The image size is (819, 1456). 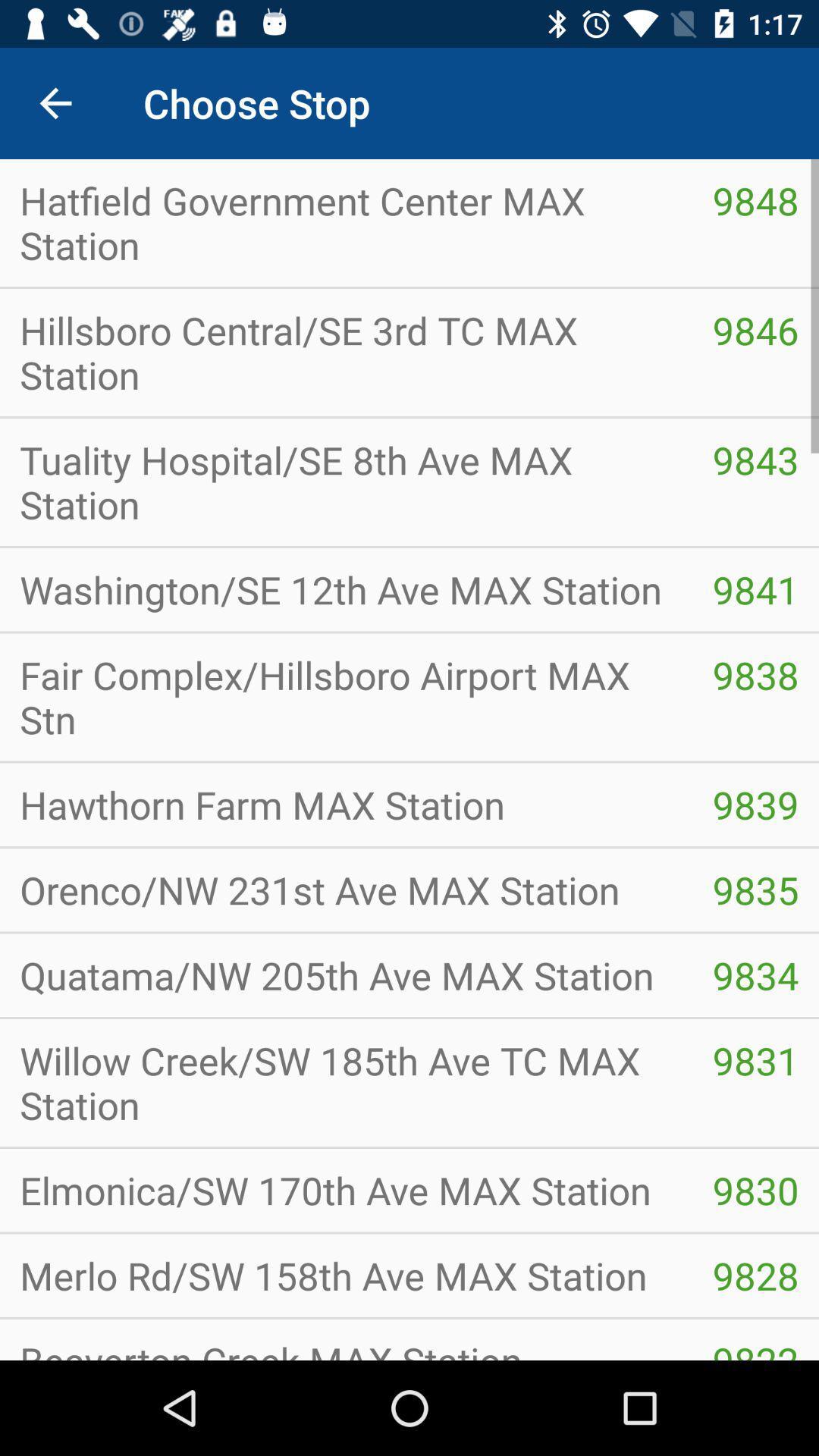 I want to click on the icon above washington se 12th item, so click(x=755, y=459).